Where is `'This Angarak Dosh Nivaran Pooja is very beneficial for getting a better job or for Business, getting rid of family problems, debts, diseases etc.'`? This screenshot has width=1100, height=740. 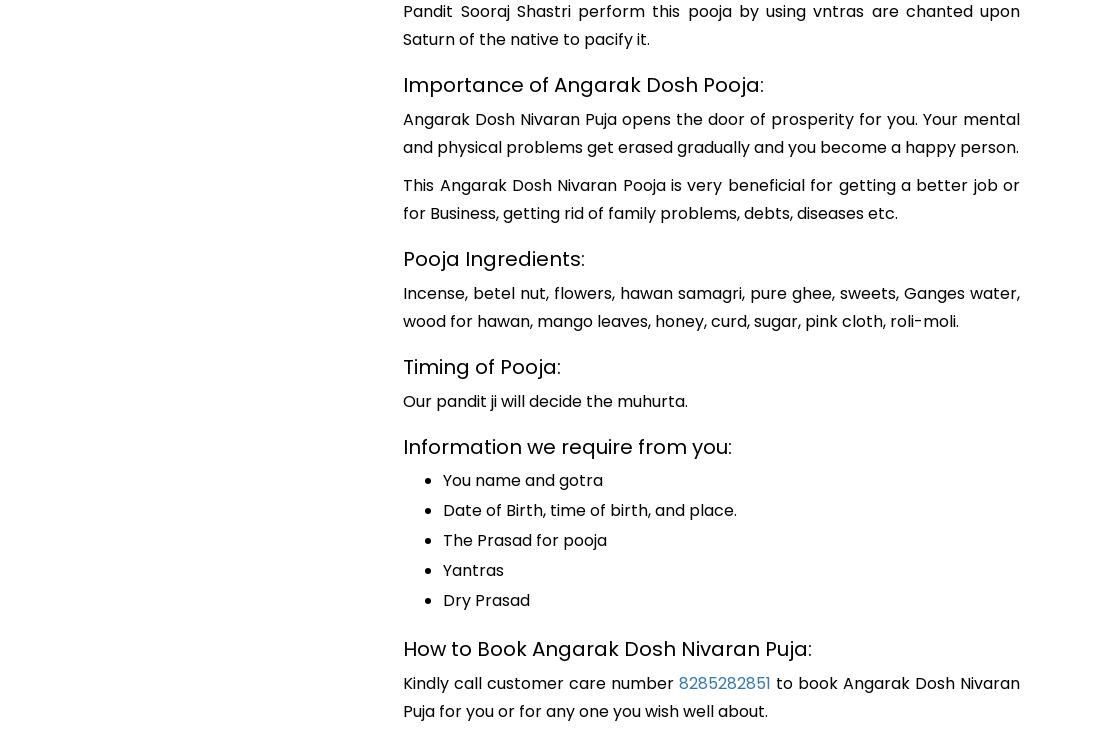 'This Angarak Dosh Nivaran Pooja is very beneficial for getting a better job or for Business, getting rid of family problems, debts, diseases etc.' is located at coordinates (710, 198).